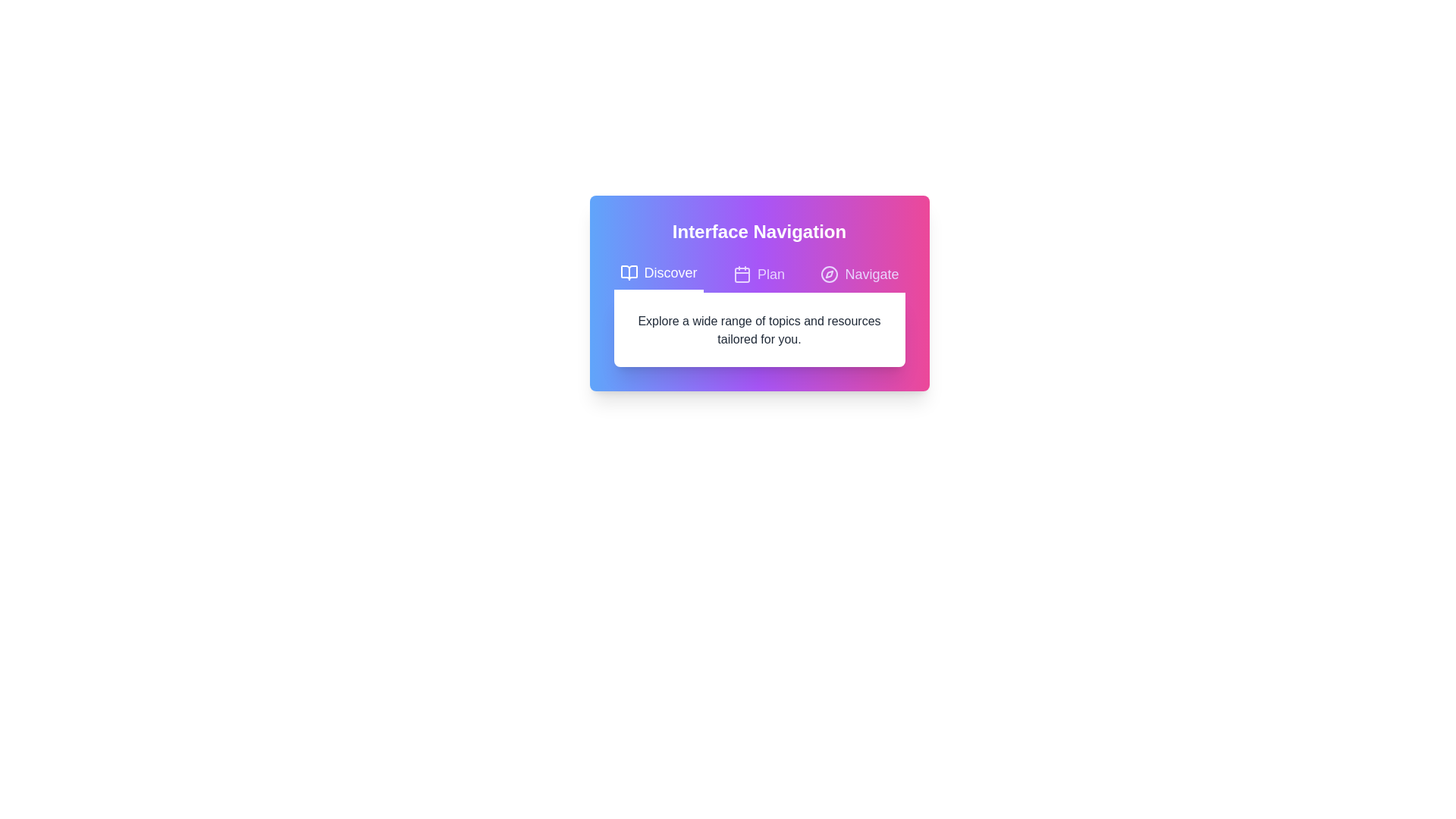  Describe the element at coordinates (669, 271) in the screenshot. I see `the 'Discover' text label embedded within the first tab of the horizontal navigation bar` at that location.